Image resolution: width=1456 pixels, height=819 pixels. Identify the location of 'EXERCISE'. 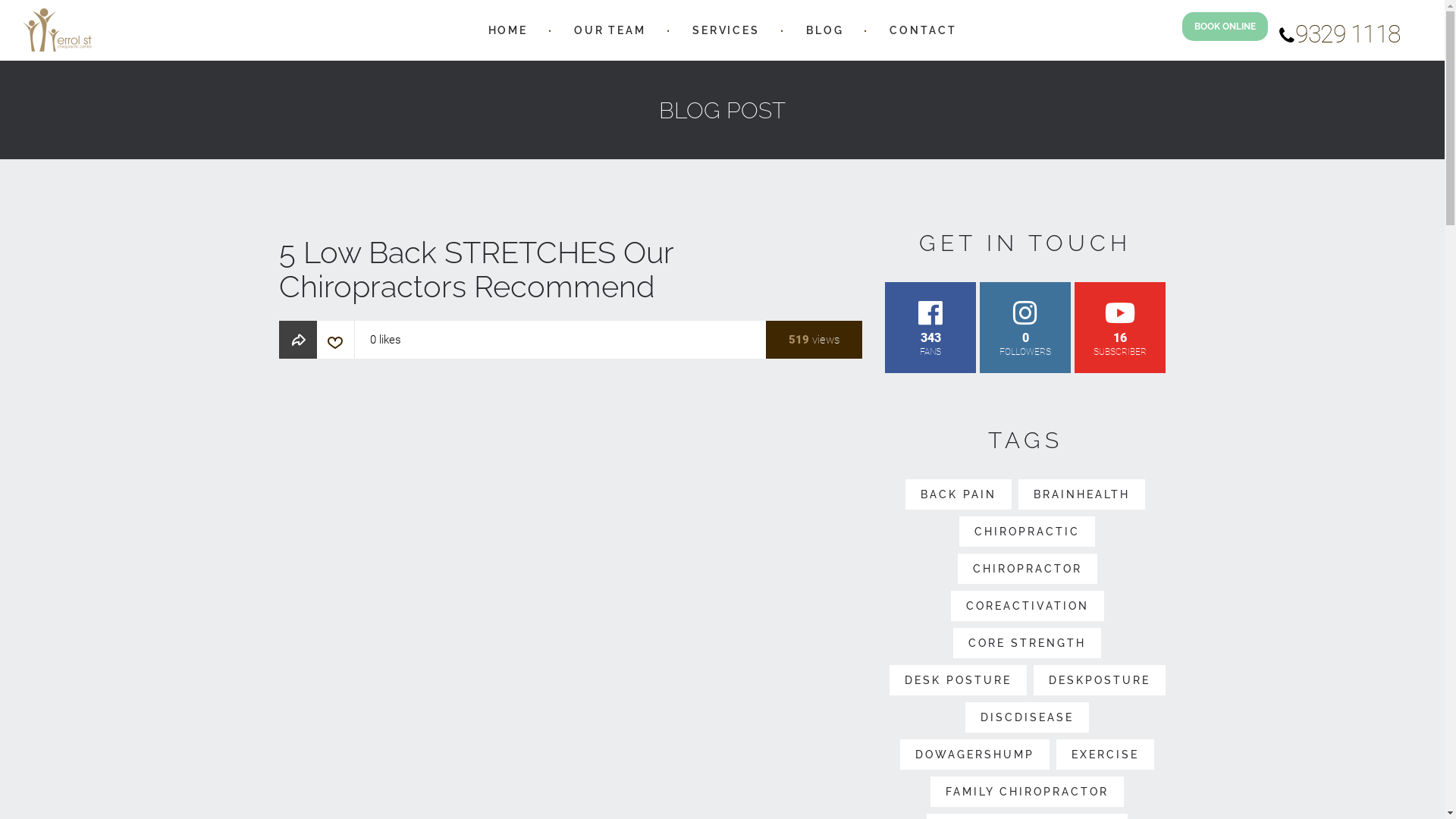
(1105, 755).